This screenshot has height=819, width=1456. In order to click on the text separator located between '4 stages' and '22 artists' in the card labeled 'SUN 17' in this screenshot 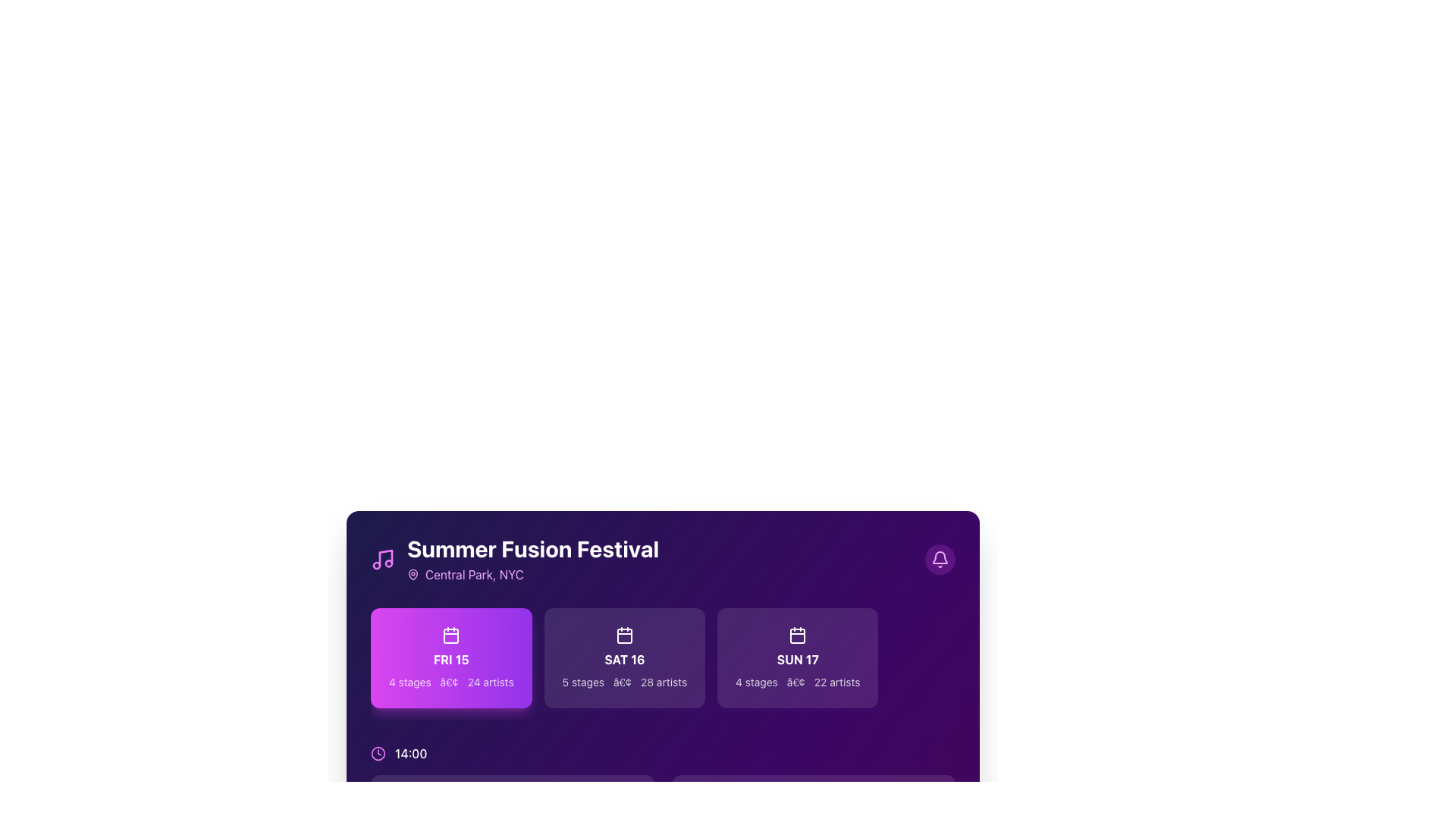, I will do `click(795, 681)`.